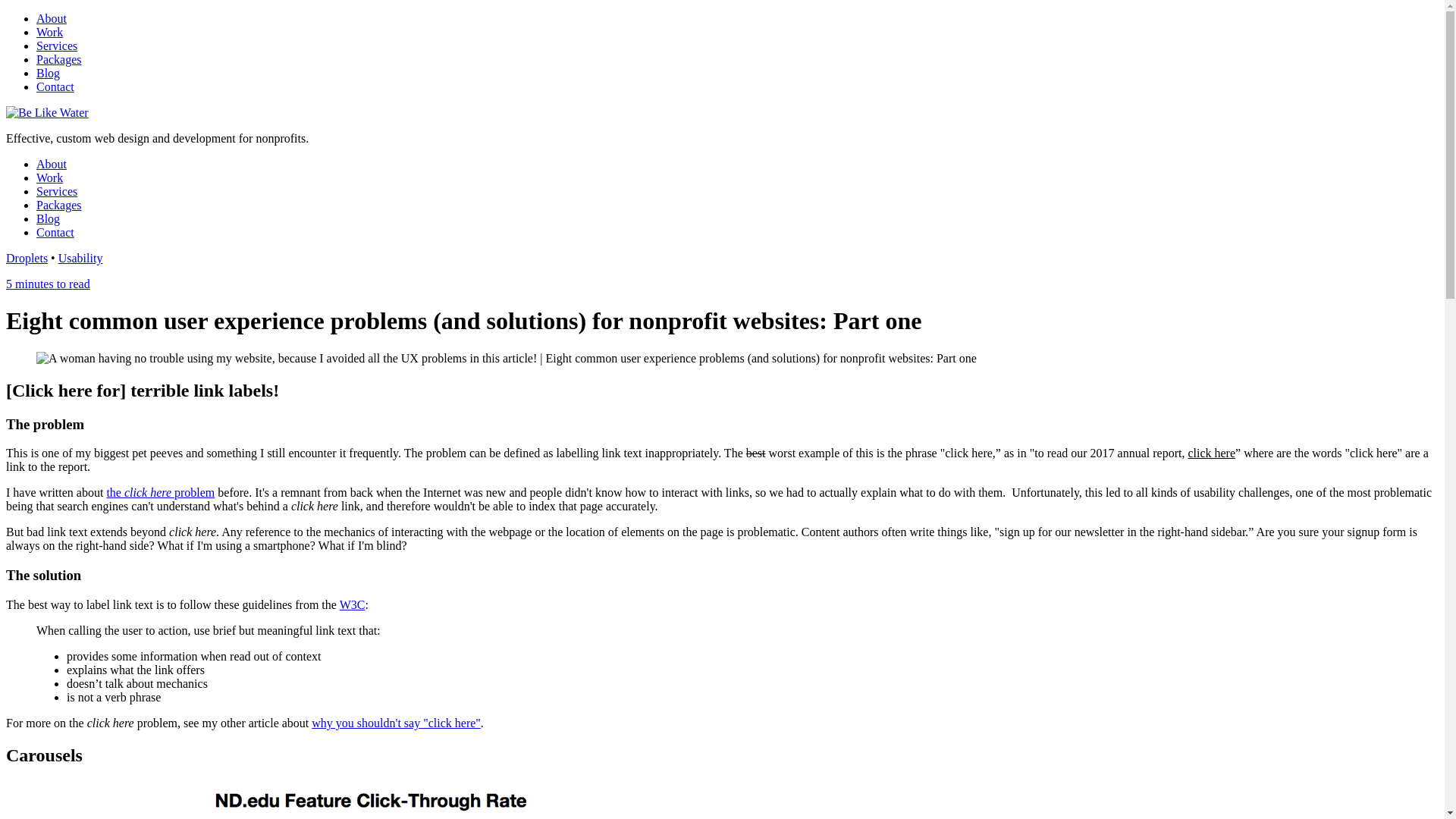 This screenshot has height=819, width=1456. Describe the element at coordinates (49, 177) in the screenshot. I see `'Work'` at that location.